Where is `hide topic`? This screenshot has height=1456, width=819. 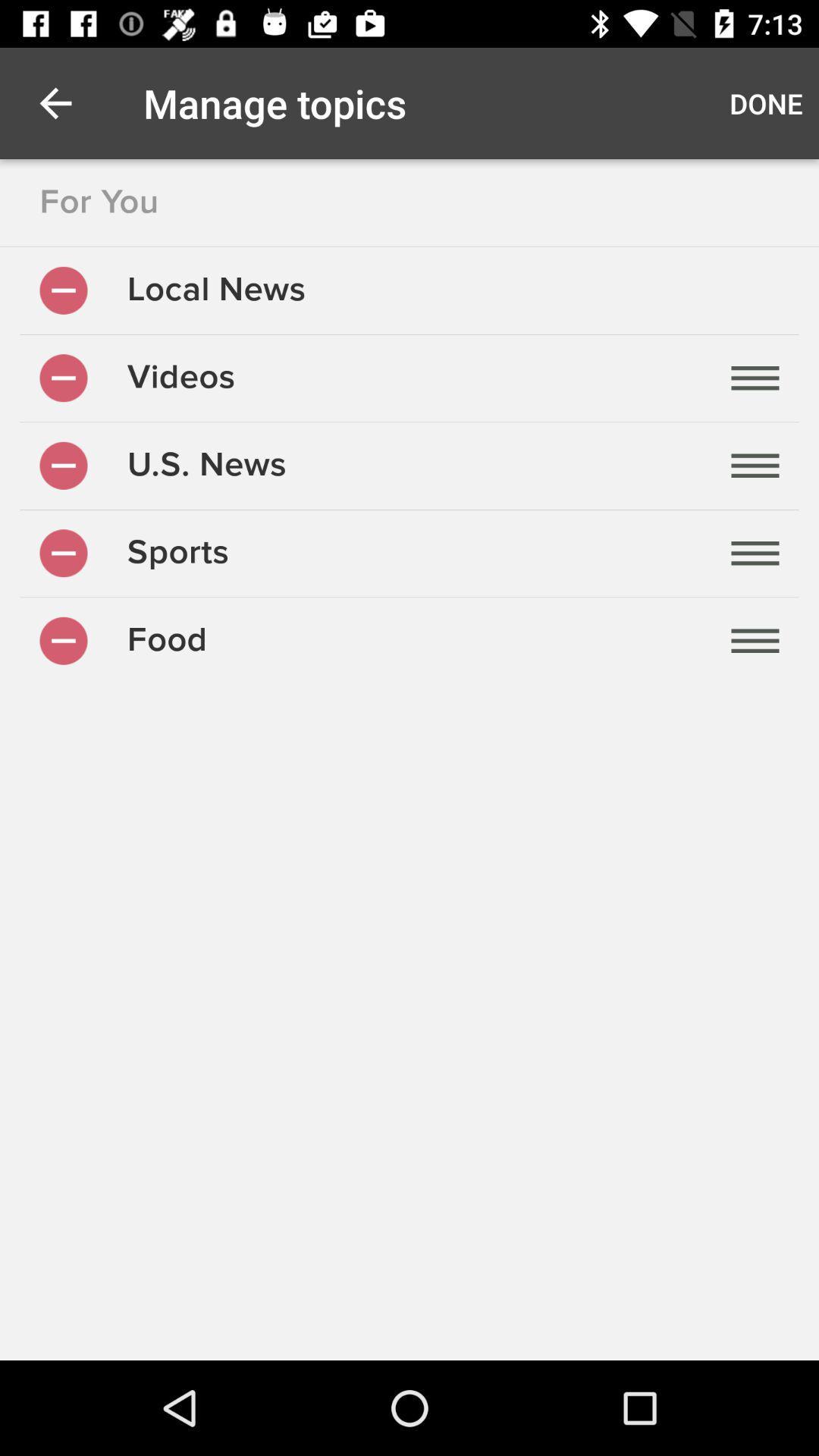 hide topic is located at coordinates (63, 465).